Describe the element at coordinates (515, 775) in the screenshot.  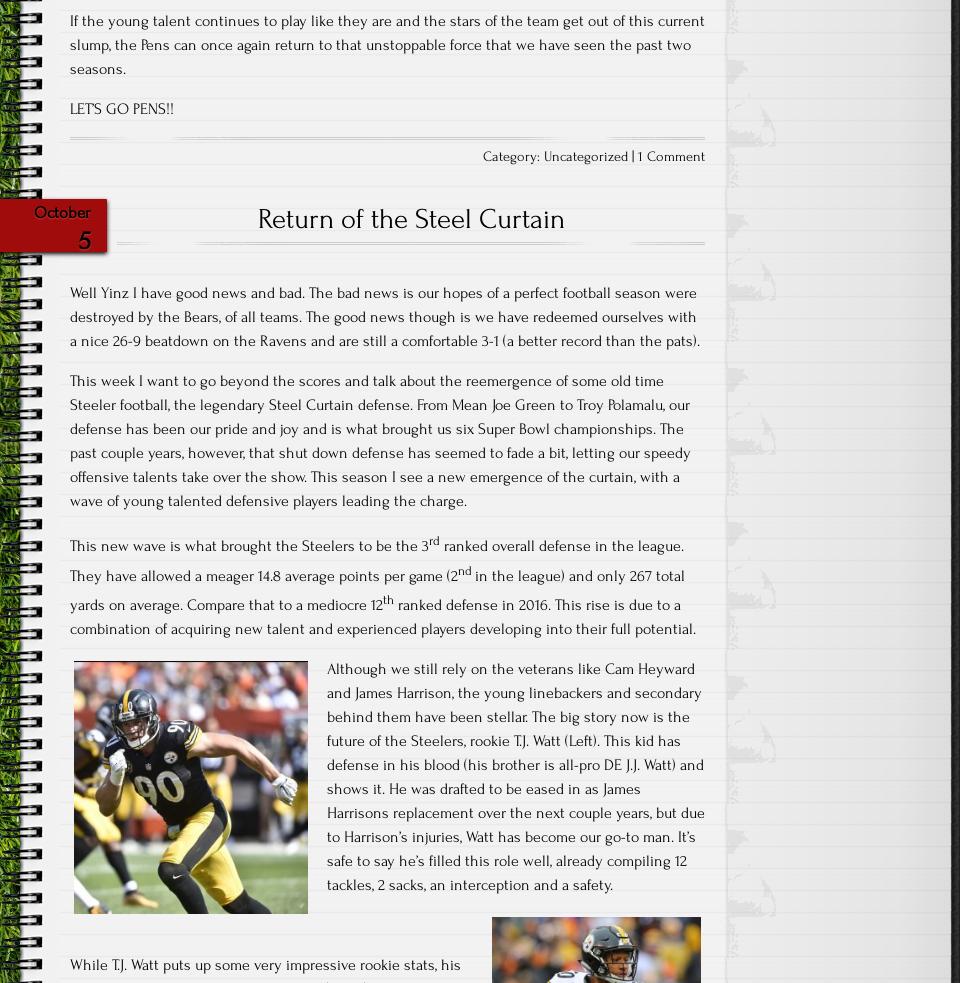
I see `'Although we still rely on the veterans like Cam Heyward and James Harrison, the young linebackers and secondary behind them have been stellar. The big story now is the future of the Steelers, rookie T.J. Watt (Left). This kid has defense in his blood (his brother is all-pro DE J.J. Watt) and shows it. He was drafted to be eased in as James Harrisons replacement over the next couple years, but due to Harrison’s injuries, Watt has become our go-to man. It’s safe to say he’s filled this role well, already compiling 12 tackles, 2 sacks, an interception and a safety.'` at that location.